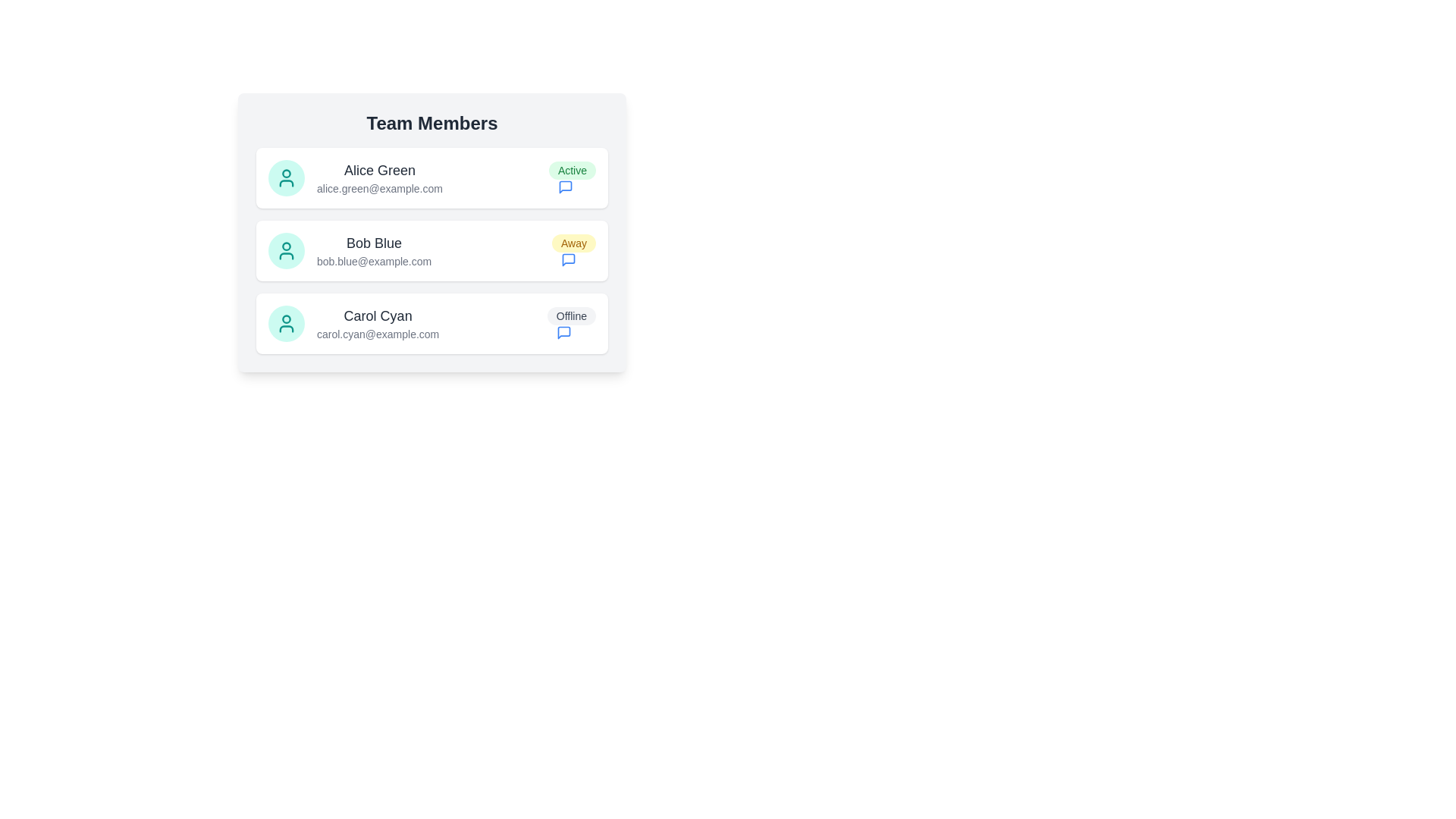 The height and width of the screenshot is (819, 1456). What do you see at coordinates (374, 260) in the screenshot?
I see `the static text displaying the email address 'bob.blue@example.com', which is located directly below the name 'Bob Blue' in the second row of the 'Team Members' list` at bounding box center [374, 260].